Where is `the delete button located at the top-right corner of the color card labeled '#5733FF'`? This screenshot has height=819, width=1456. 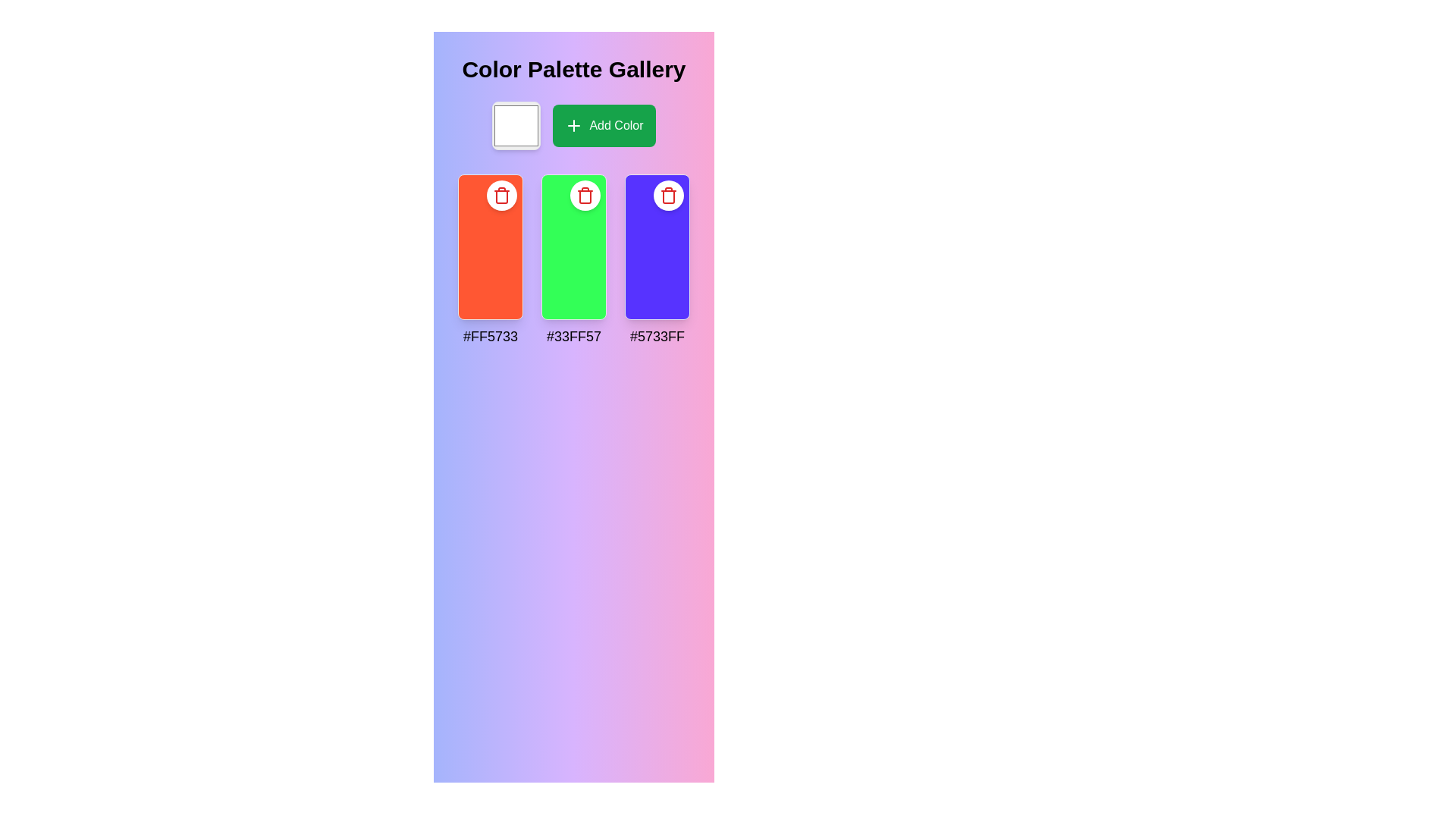 the delete button located at the top-right corner of the color card labeled '#5733FF' is located at coordinates (668, 195).